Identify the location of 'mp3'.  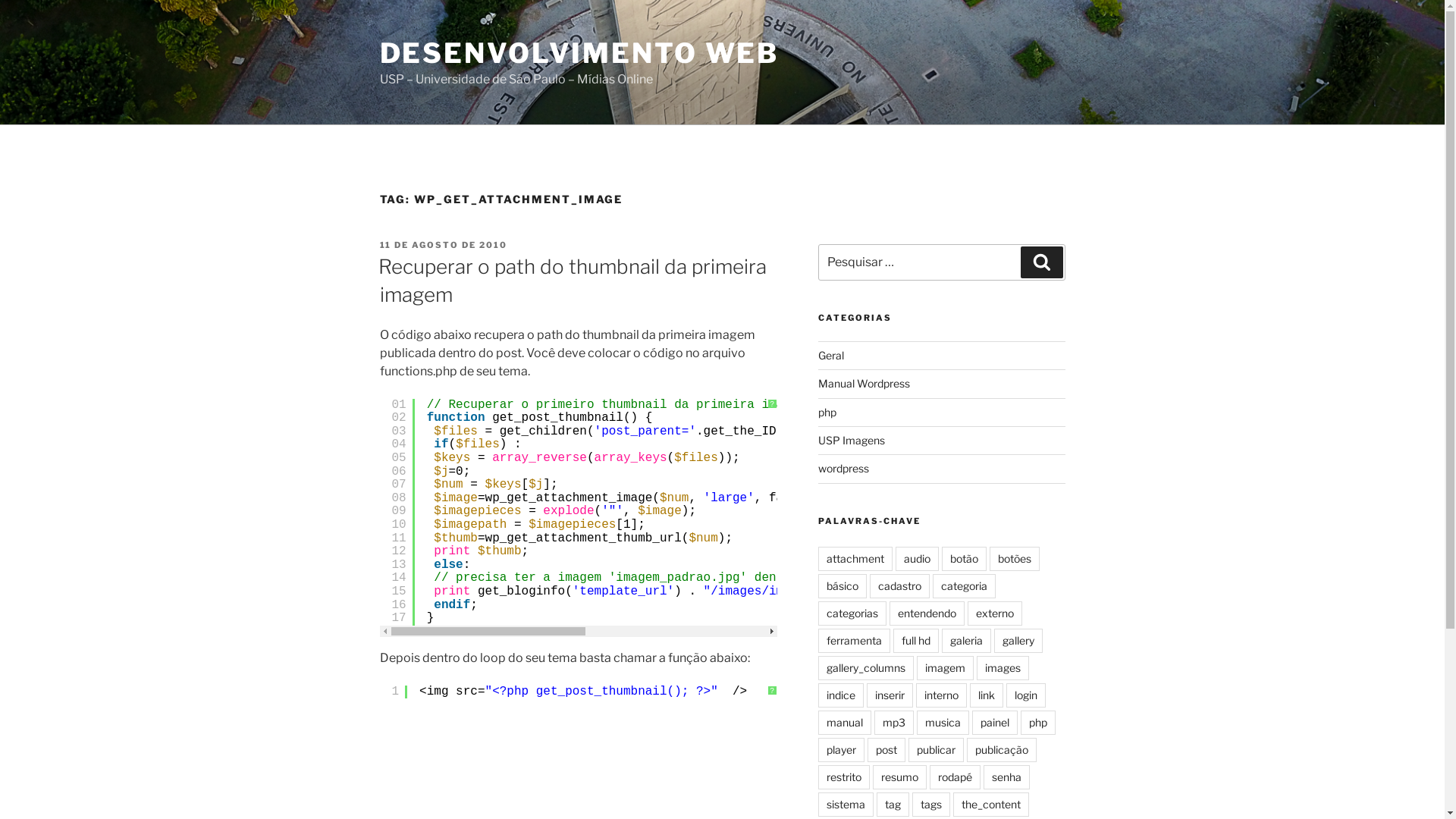
(894, 721).